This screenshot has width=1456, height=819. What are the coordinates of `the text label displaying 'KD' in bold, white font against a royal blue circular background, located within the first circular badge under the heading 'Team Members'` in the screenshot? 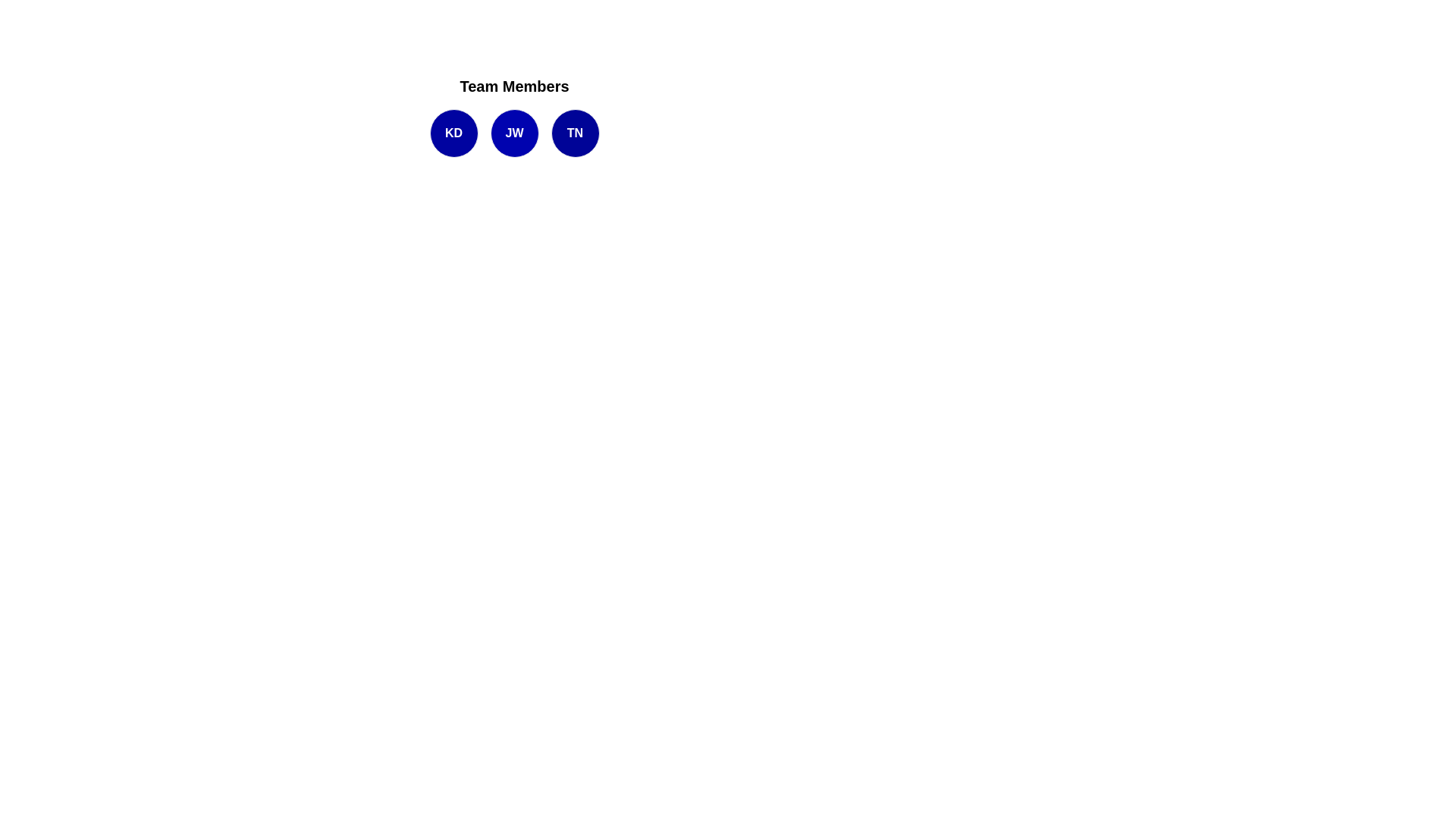 It's located at (453, 133).